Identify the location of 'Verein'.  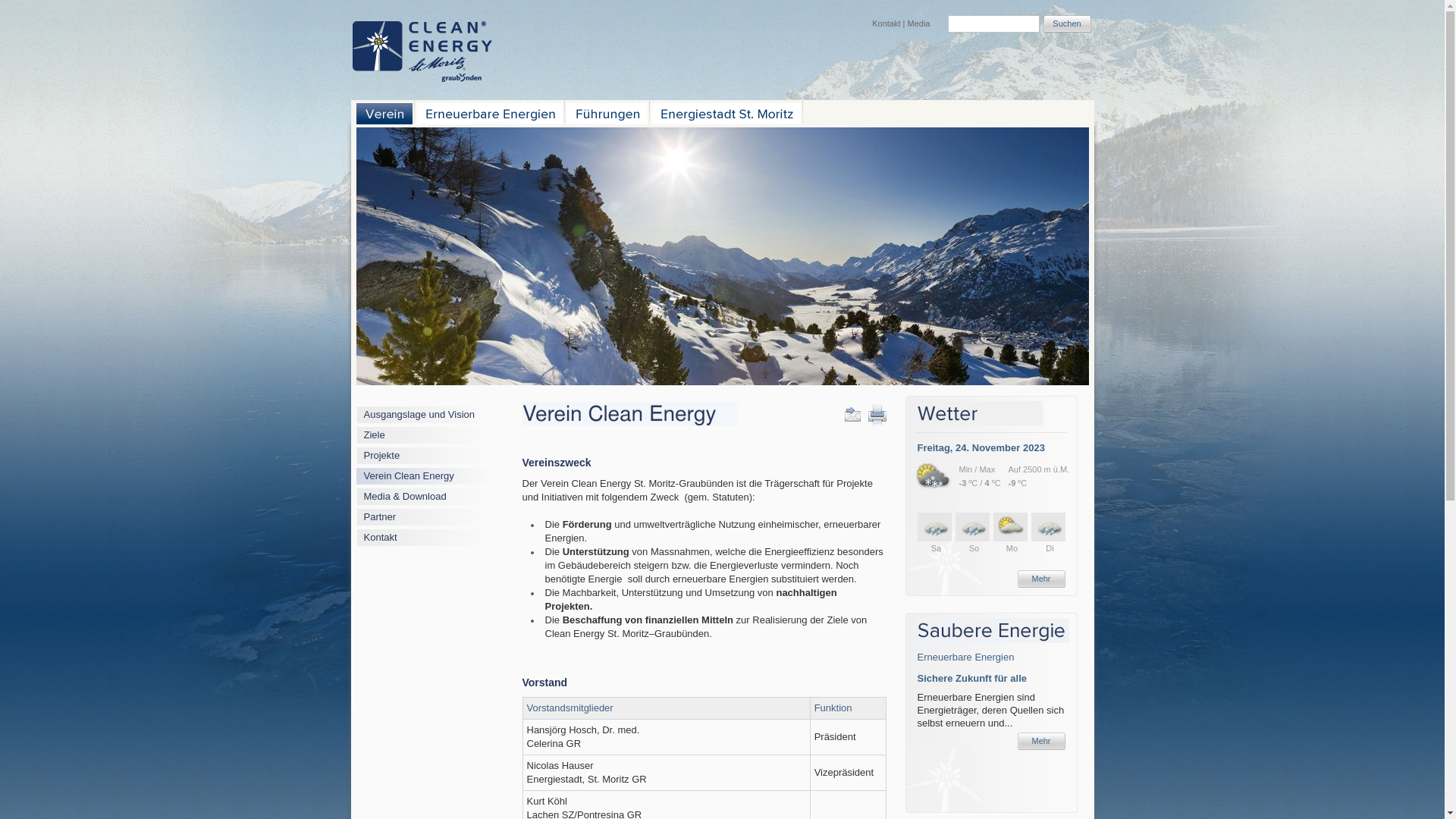
(384, 113).